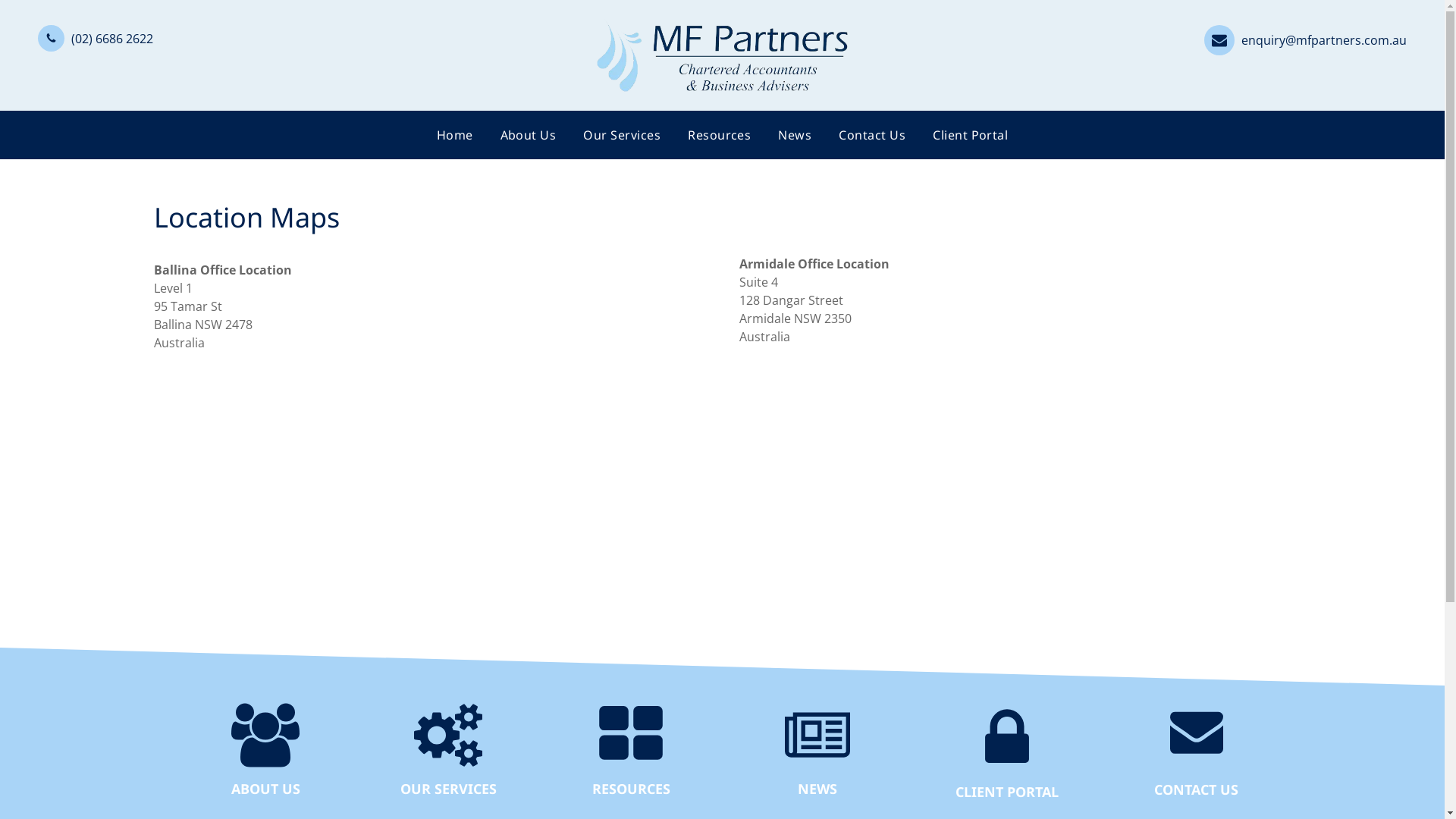 This screenshot has height=819, width=1456. I want to click on 'NEWS', so click(815, 786).